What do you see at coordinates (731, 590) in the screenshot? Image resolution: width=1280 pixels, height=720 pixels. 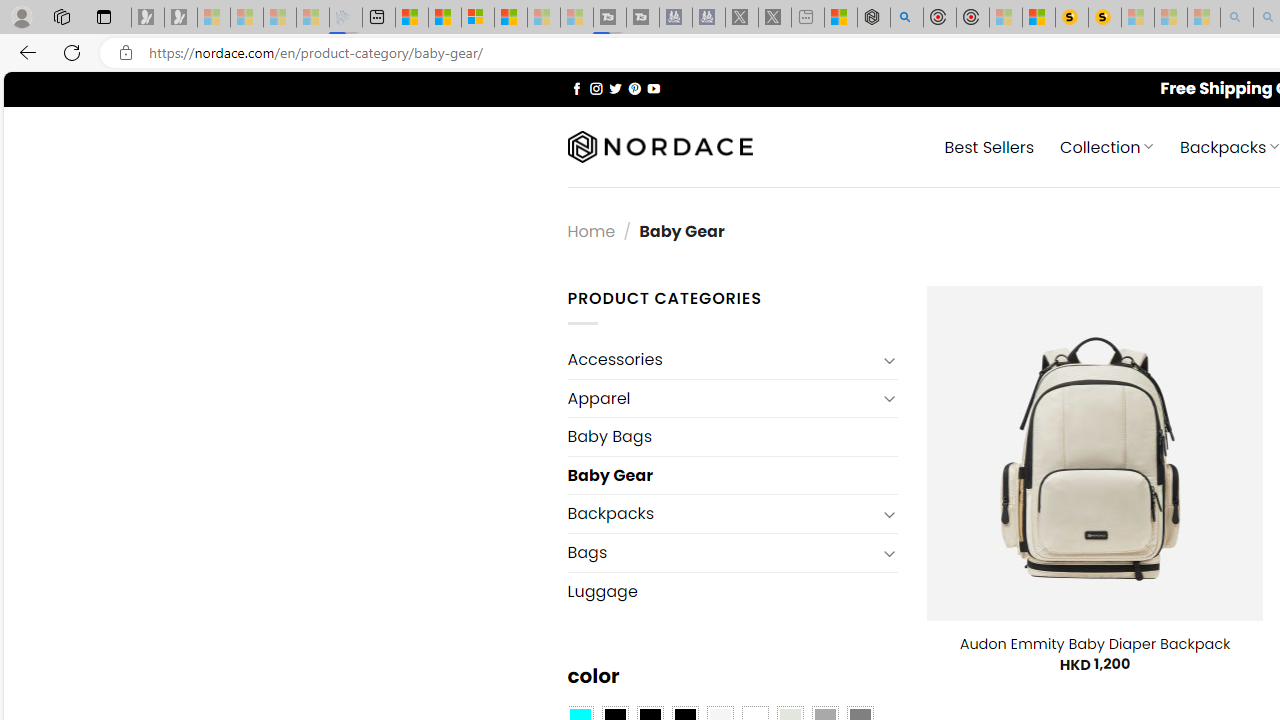 I see `'Luggage'` at bounding box center [731, 590].